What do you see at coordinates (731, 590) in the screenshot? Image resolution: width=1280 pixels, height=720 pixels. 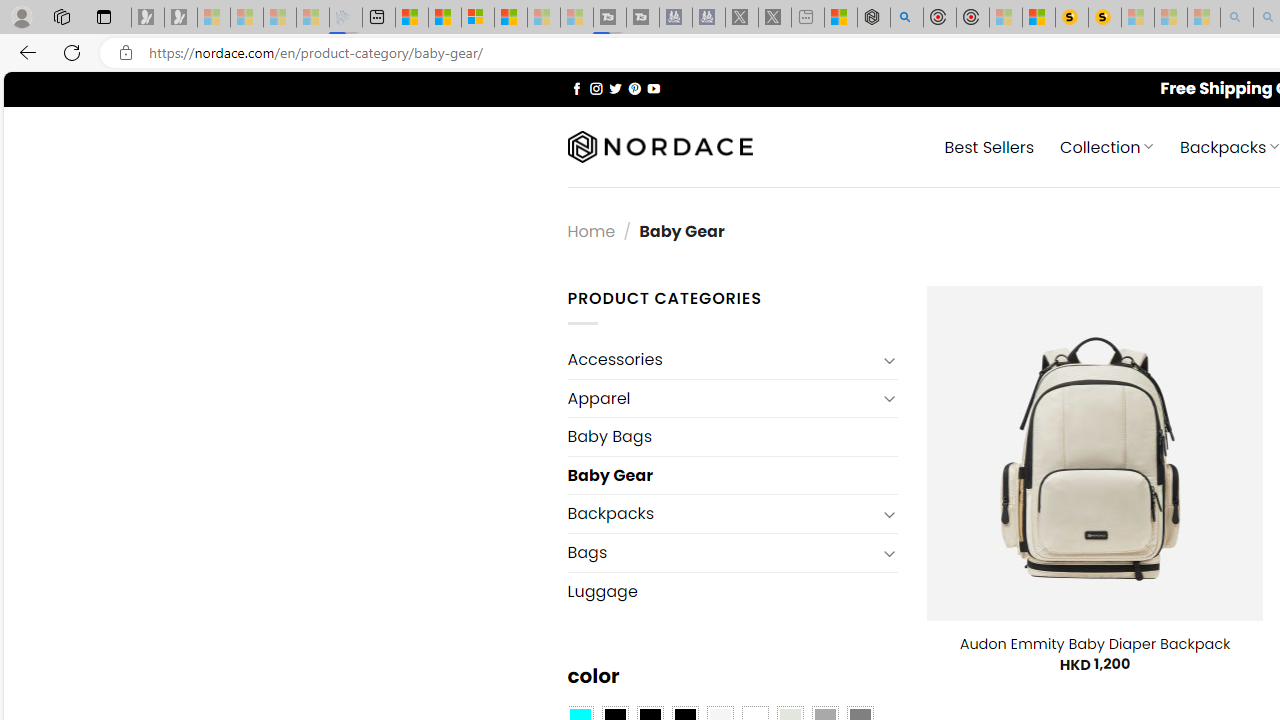 I see `'Luggage'` at bounding box center [731, 590].